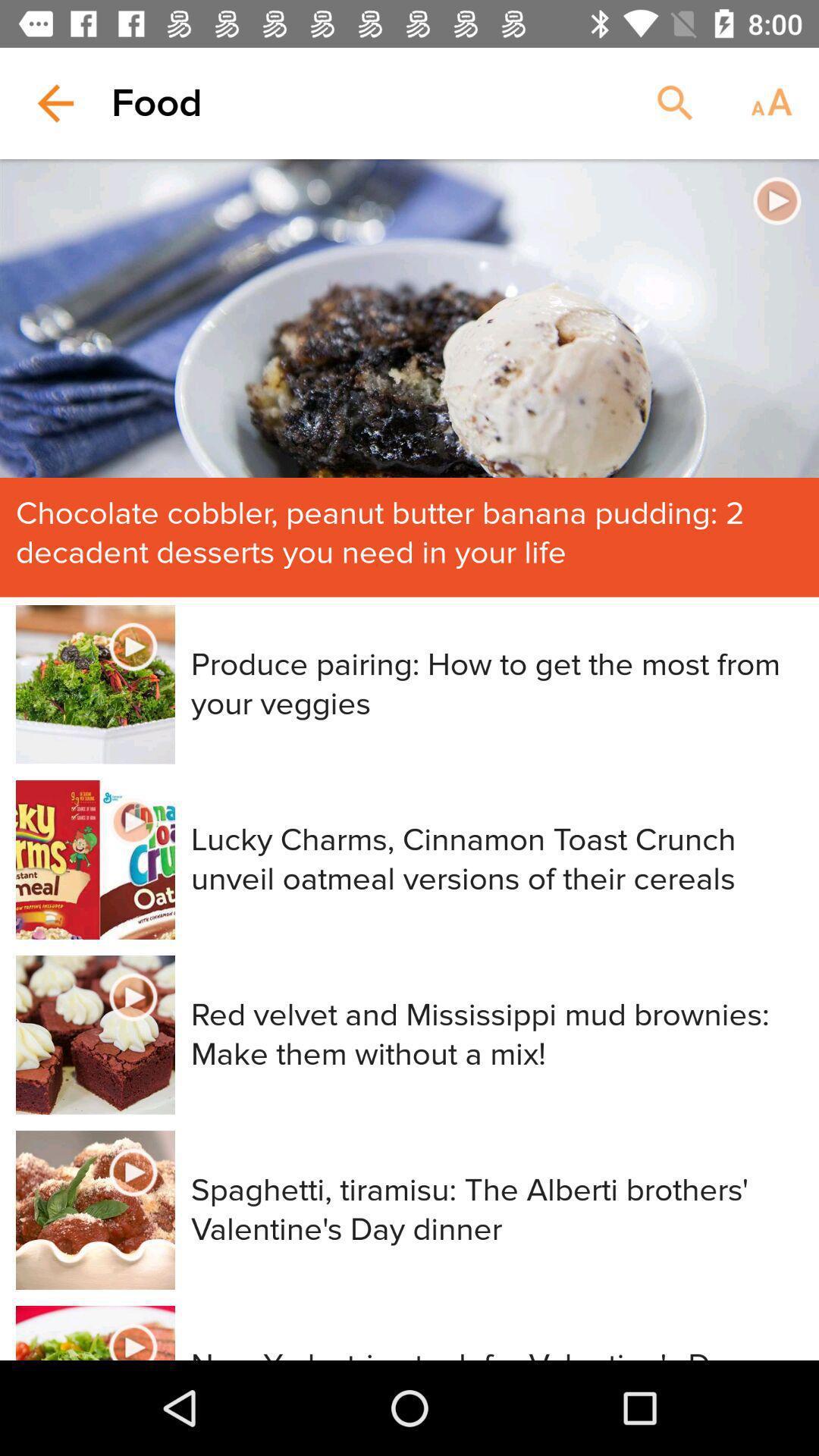  Describe the element at coordinates (96, 1332) in the screenshot. I see `the last video at bottom left corner` at that location.